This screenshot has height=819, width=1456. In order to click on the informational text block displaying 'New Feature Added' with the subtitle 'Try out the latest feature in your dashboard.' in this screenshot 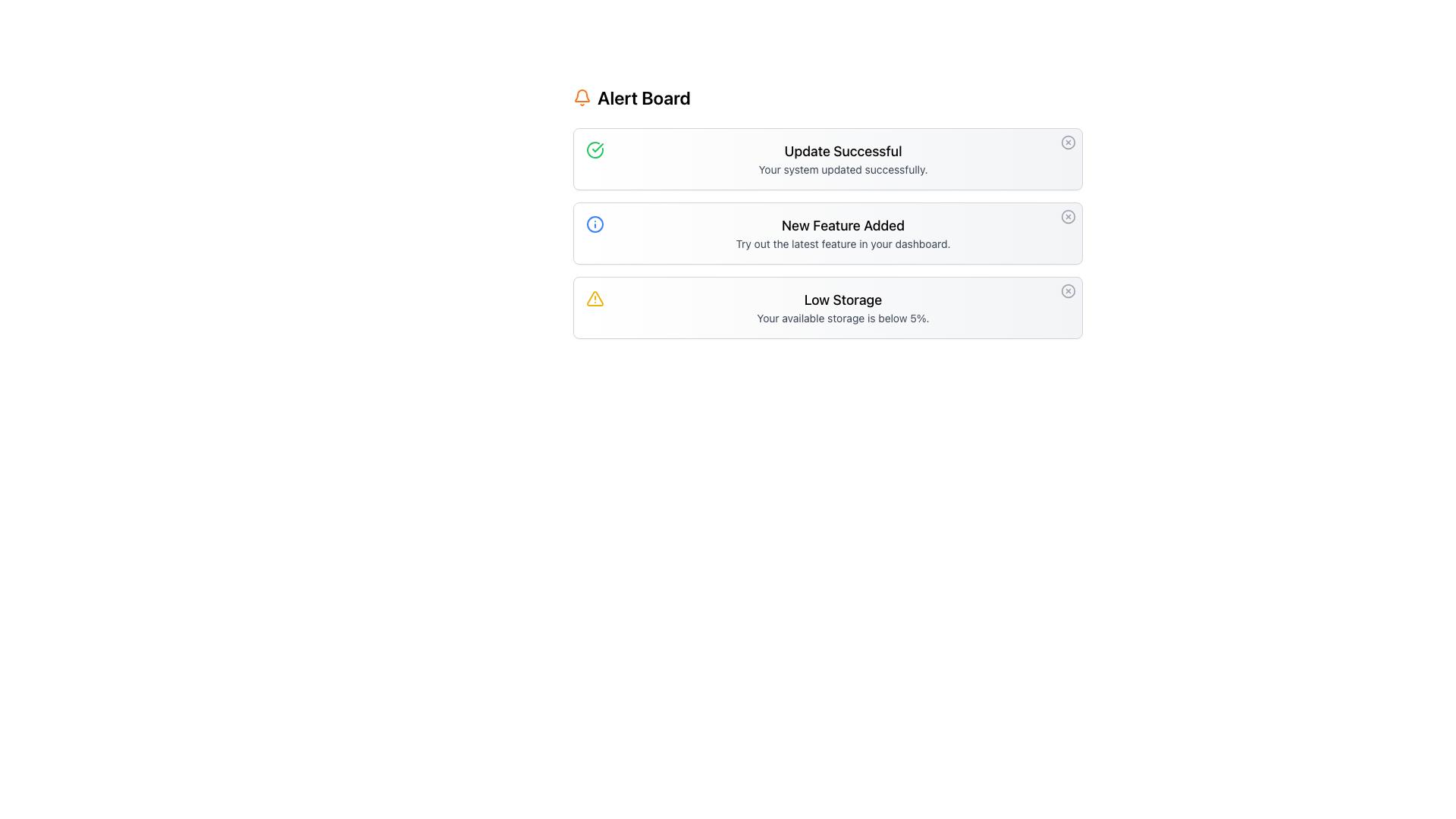, I will do `click(843, 234)`.